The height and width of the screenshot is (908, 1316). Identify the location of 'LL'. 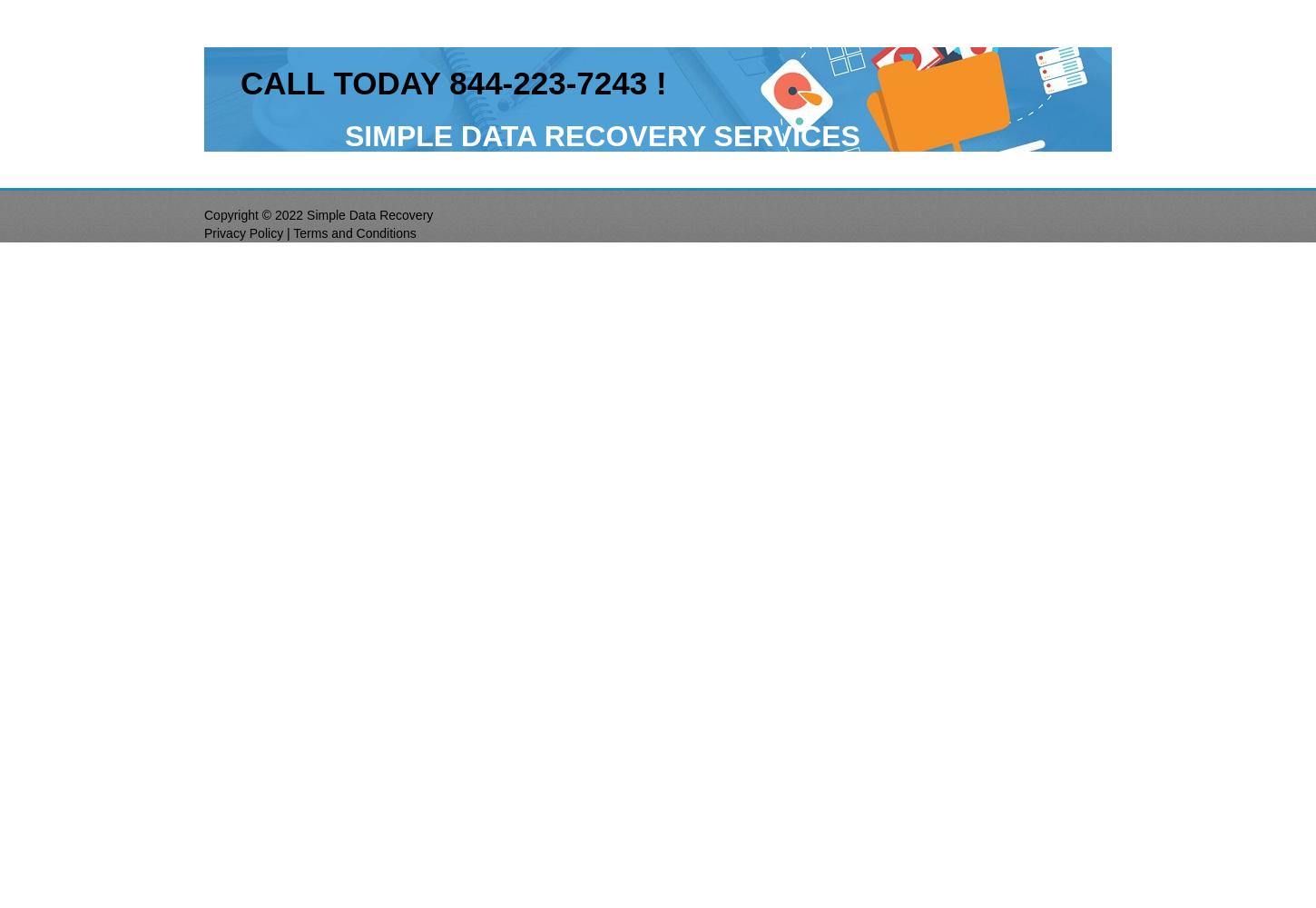
(304, 82).